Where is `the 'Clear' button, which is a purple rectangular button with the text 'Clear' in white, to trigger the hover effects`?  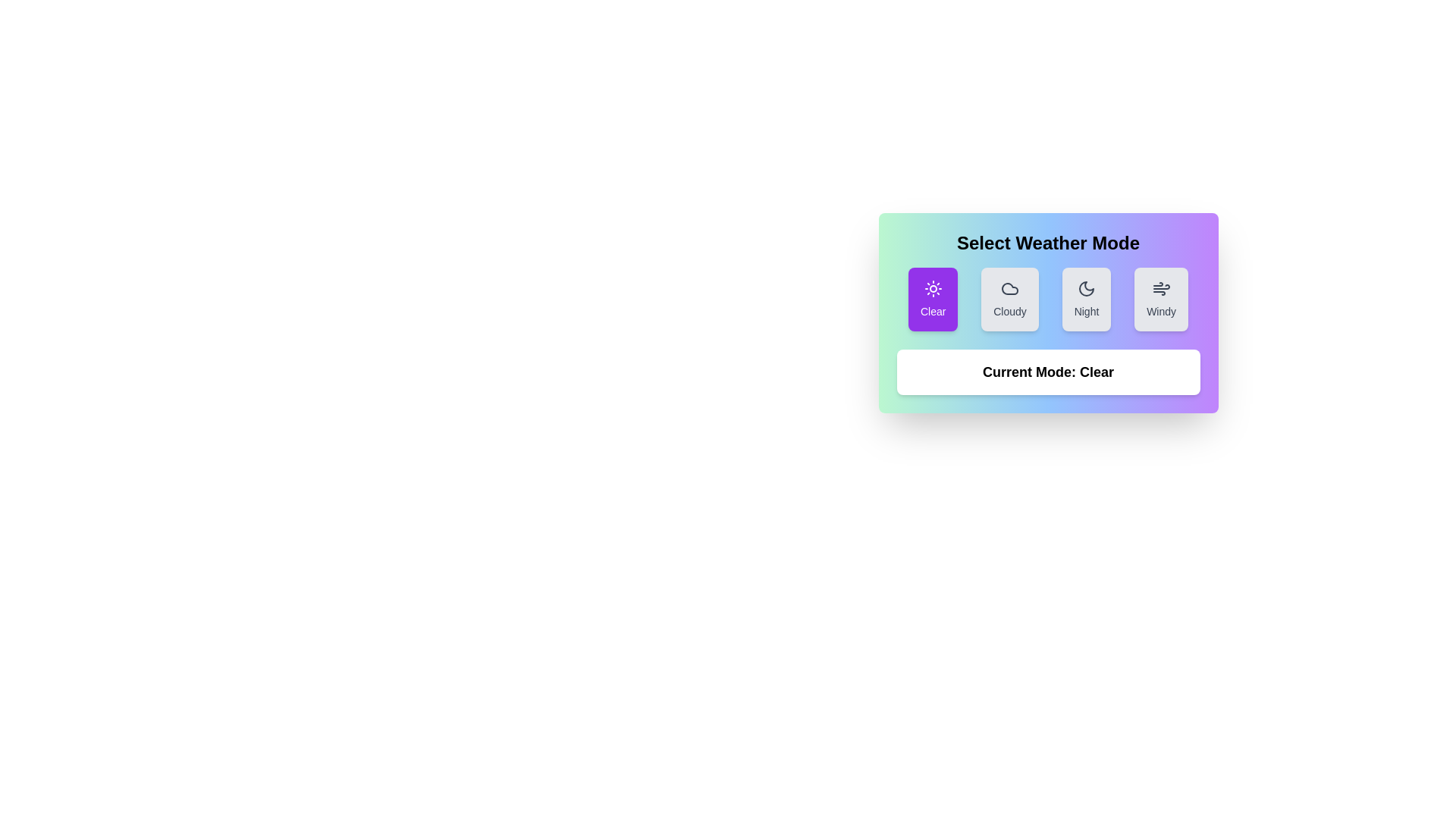
the 'Clear' button, which is a purple rectangular button with the text 'Clear' in white, to trigger the hover effects is located at coordinates (932, 311).